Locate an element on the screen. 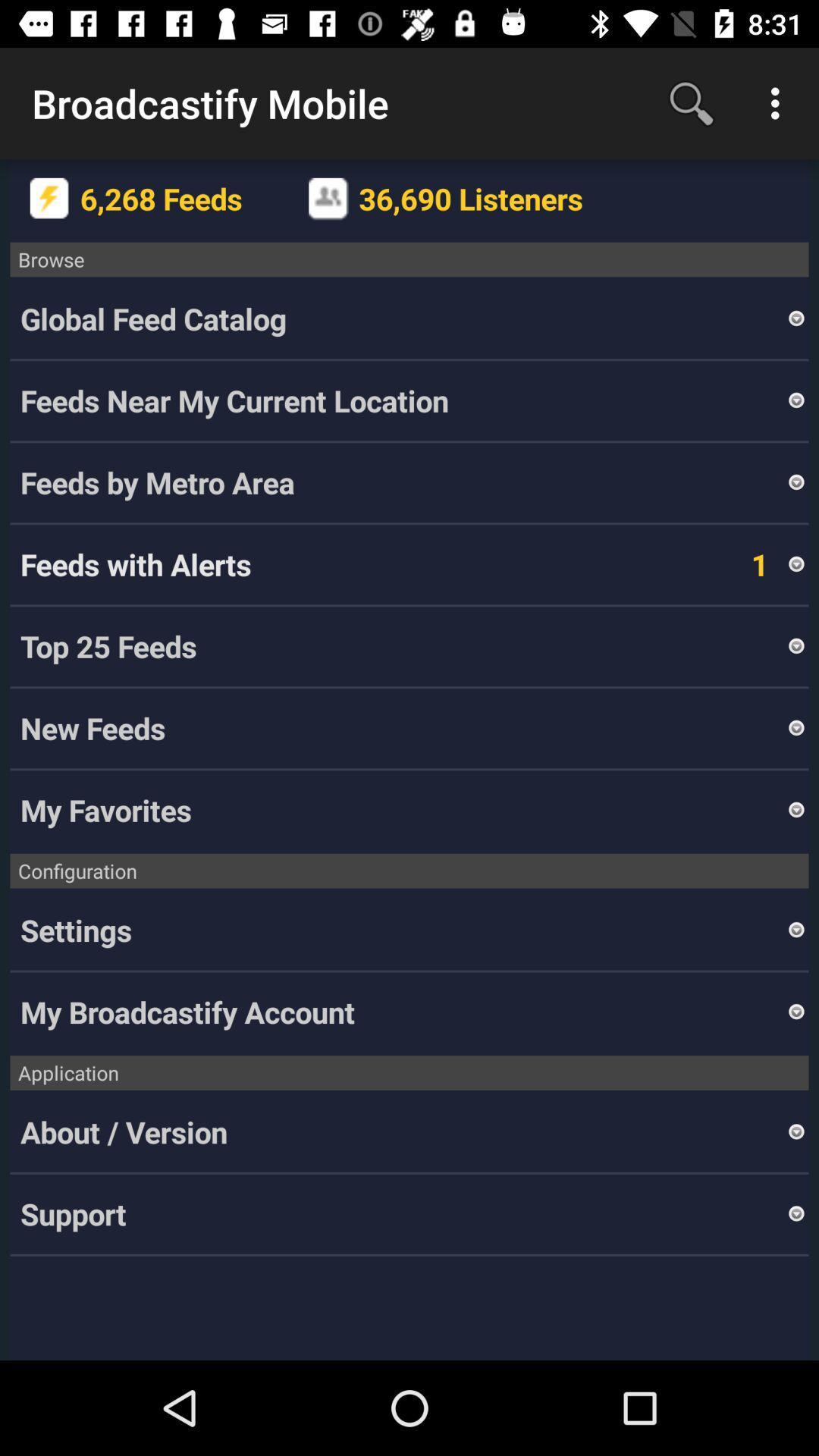 Image resolution: width=819 pixels, height=1456 pixels. the feeds with alerts item is located at coordinates (135, 563).